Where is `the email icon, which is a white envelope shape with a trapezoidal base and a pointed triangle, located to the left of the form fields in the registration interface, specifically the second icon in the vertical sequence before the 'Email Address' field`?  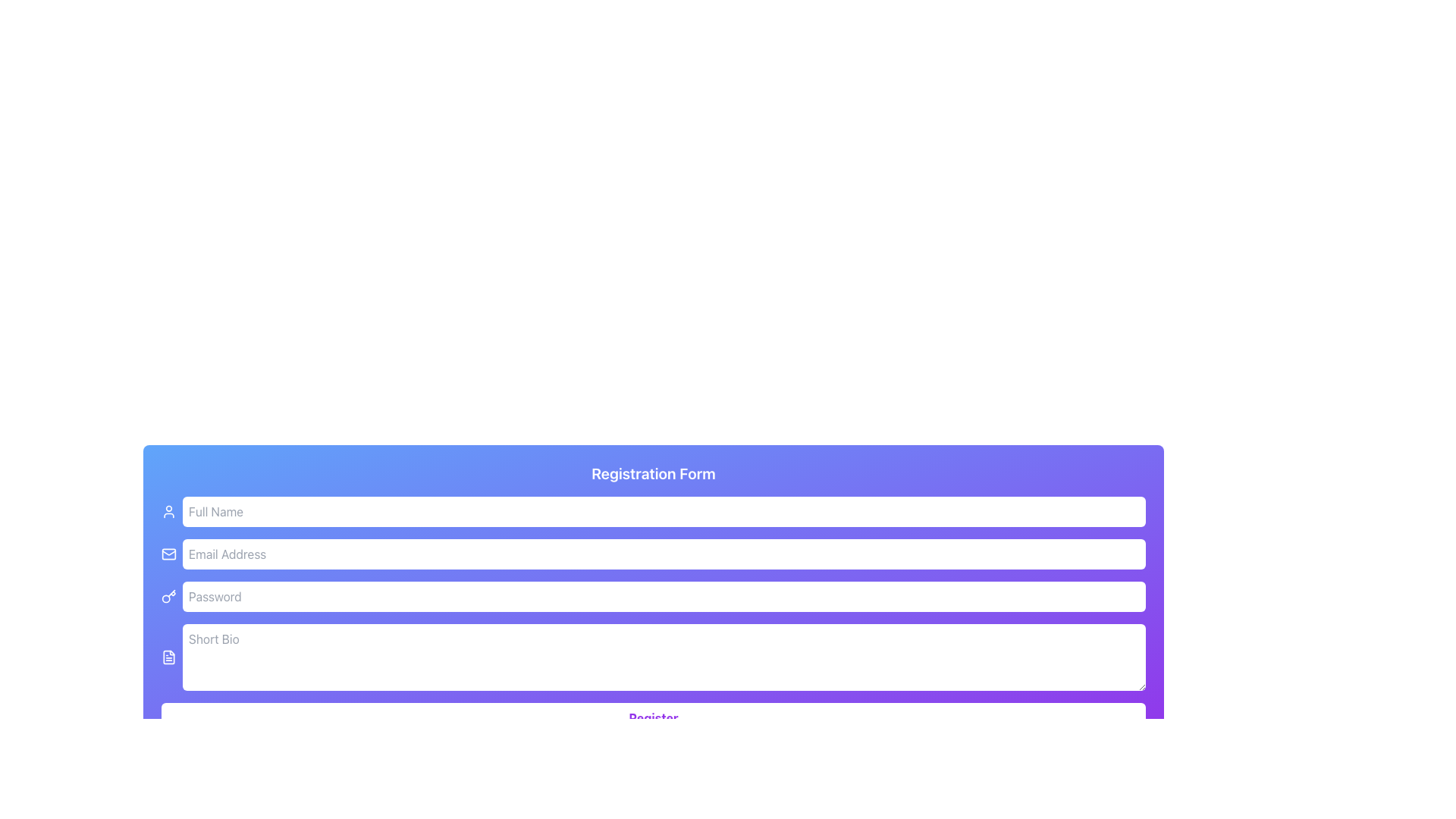
the email icon, which is a white envelope shape with a trapezoidal base and a pointed triangle, located to the left of the form fields in the registration interface, specifically the second icon in the vertical sequence before the 'Email Address' field is located at coordinates (168, 553).